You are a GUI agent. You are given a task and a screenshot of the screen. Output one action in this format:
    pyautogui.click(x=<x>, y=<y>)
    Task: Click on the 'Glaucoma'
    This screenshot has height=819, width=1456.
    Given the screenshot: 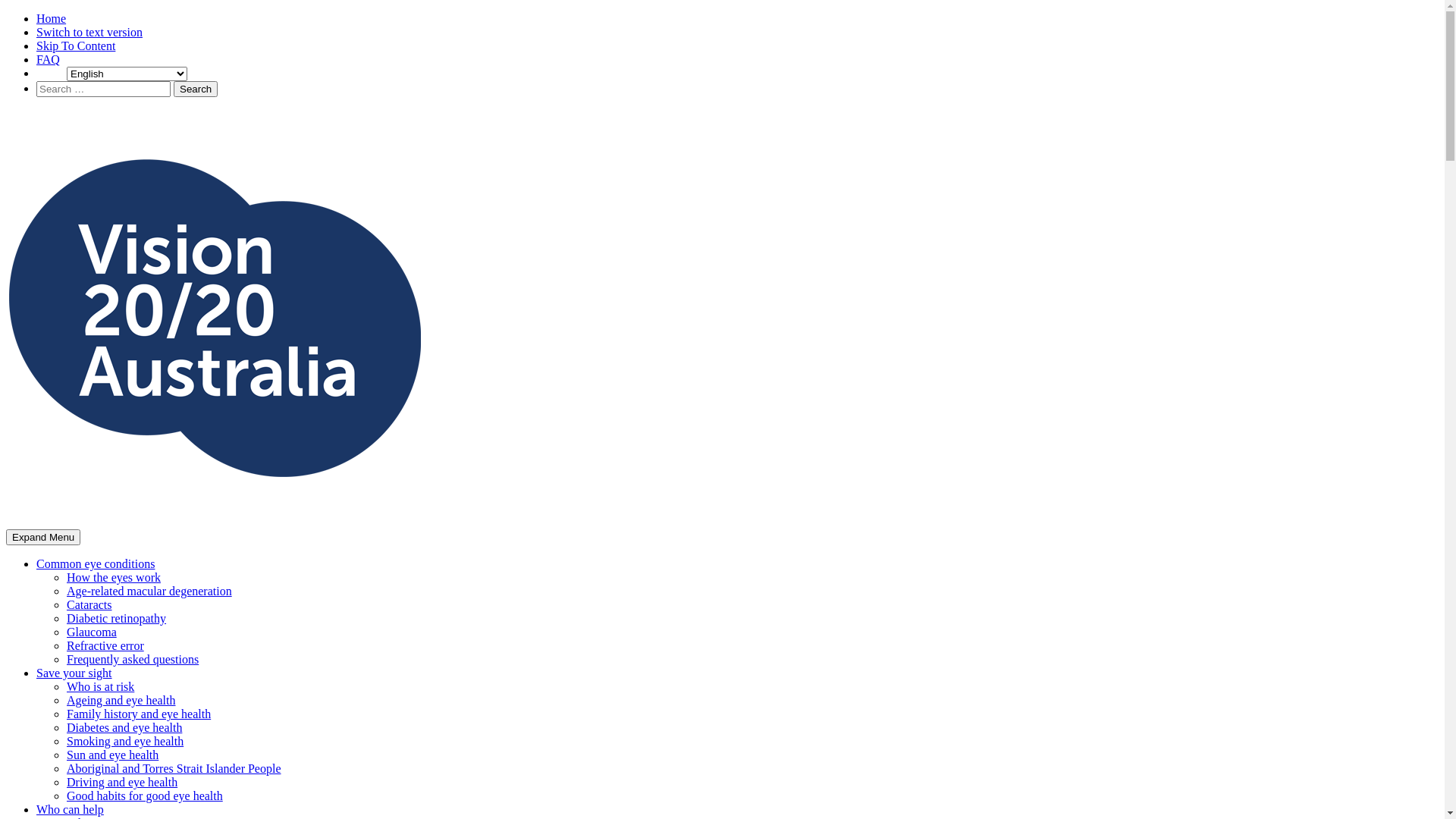 What is the action you would take?
    pyautogui.click(x=90, y=632)
    